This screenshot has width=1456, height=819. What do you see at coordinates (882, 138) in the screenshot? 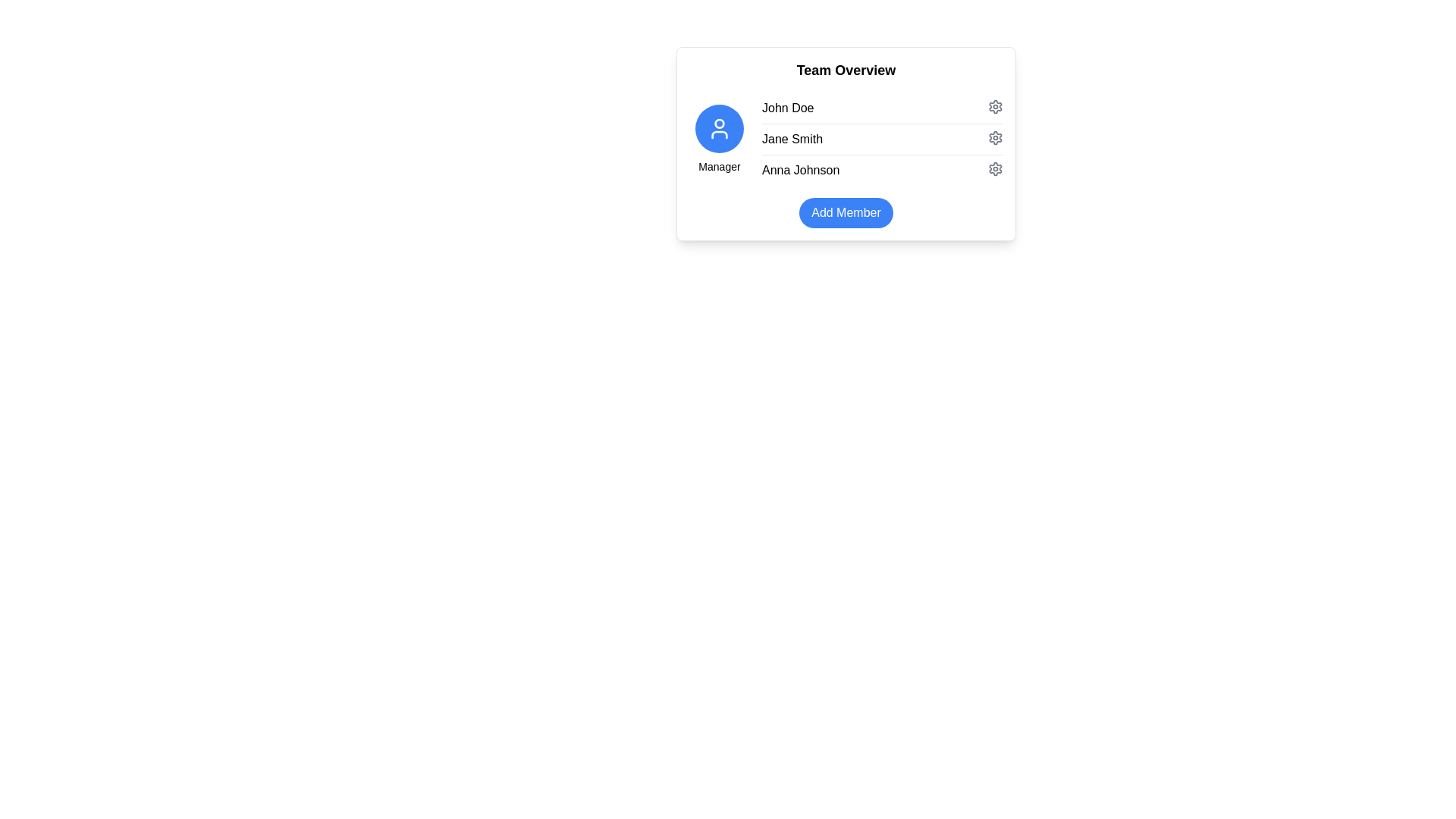
I see `the second item in the vertical list that displays identifying information, located between 'John Doe' and 'Anna Johnson'` at bounding box center [882, 138].